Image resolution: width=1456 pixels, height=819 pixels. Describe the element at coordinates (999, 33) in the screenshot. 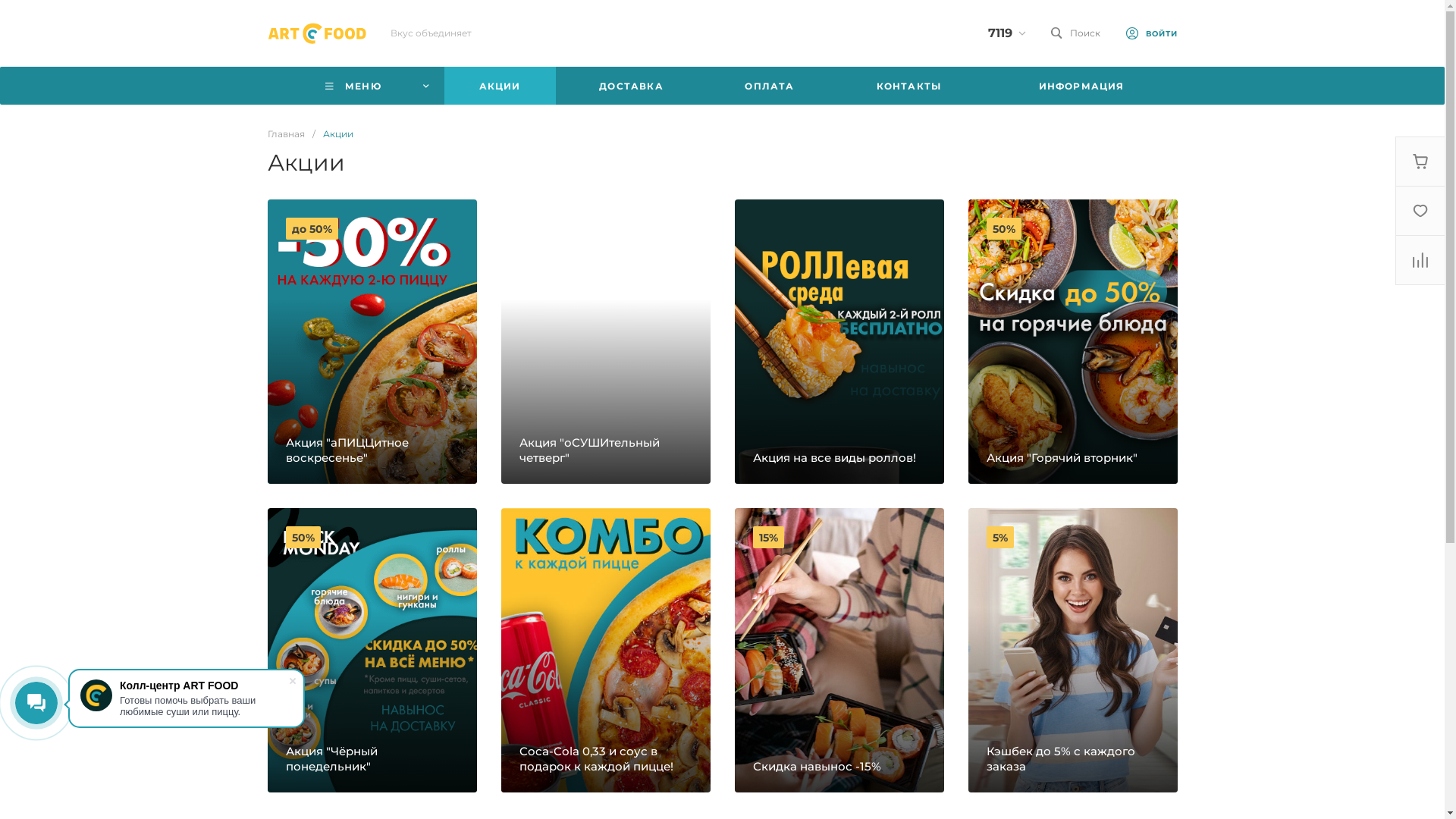

I see `'7119'` at that location.